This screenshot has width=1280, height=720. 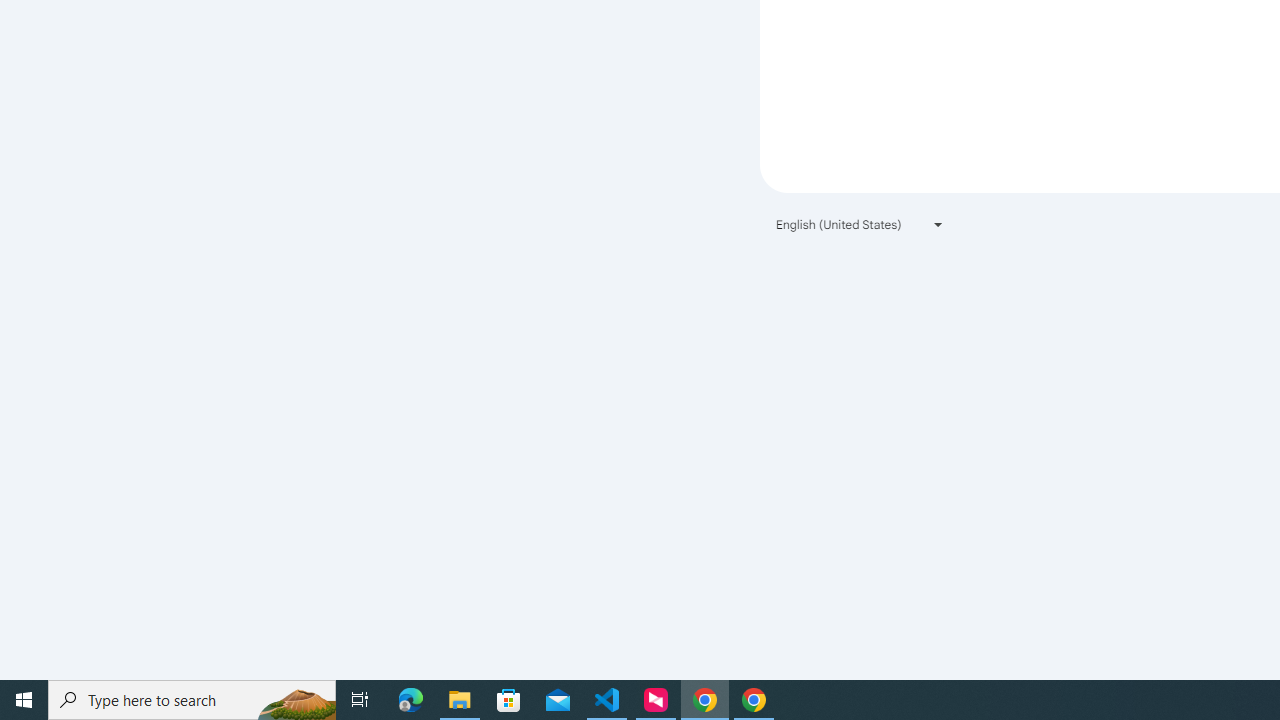 I want to click on 'English (United States)', so click(x=860, y=224).